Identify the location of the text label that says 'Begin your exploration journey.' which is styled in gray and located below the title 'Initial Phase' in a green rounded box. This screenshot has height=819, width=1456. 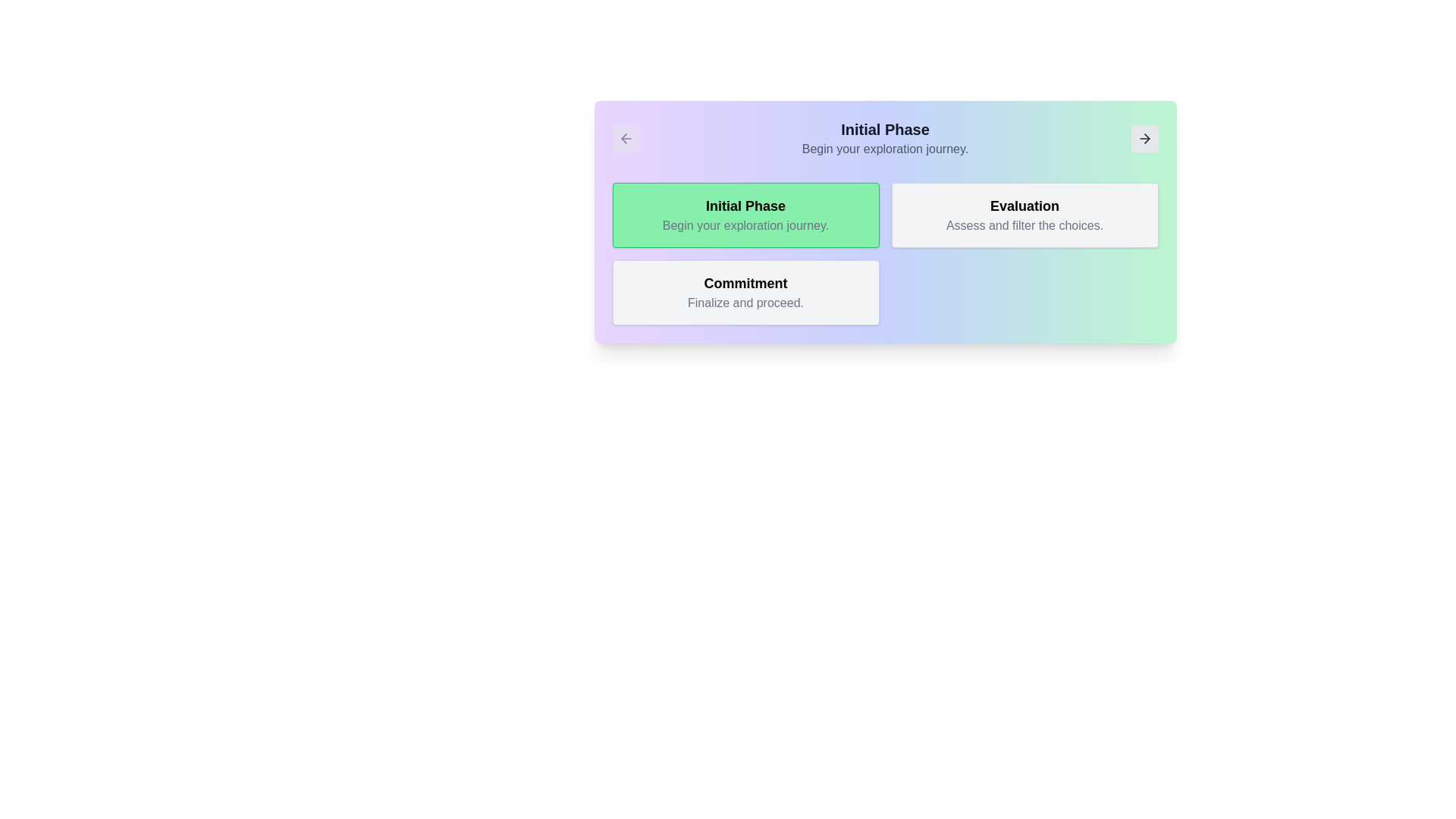
(745, 225).